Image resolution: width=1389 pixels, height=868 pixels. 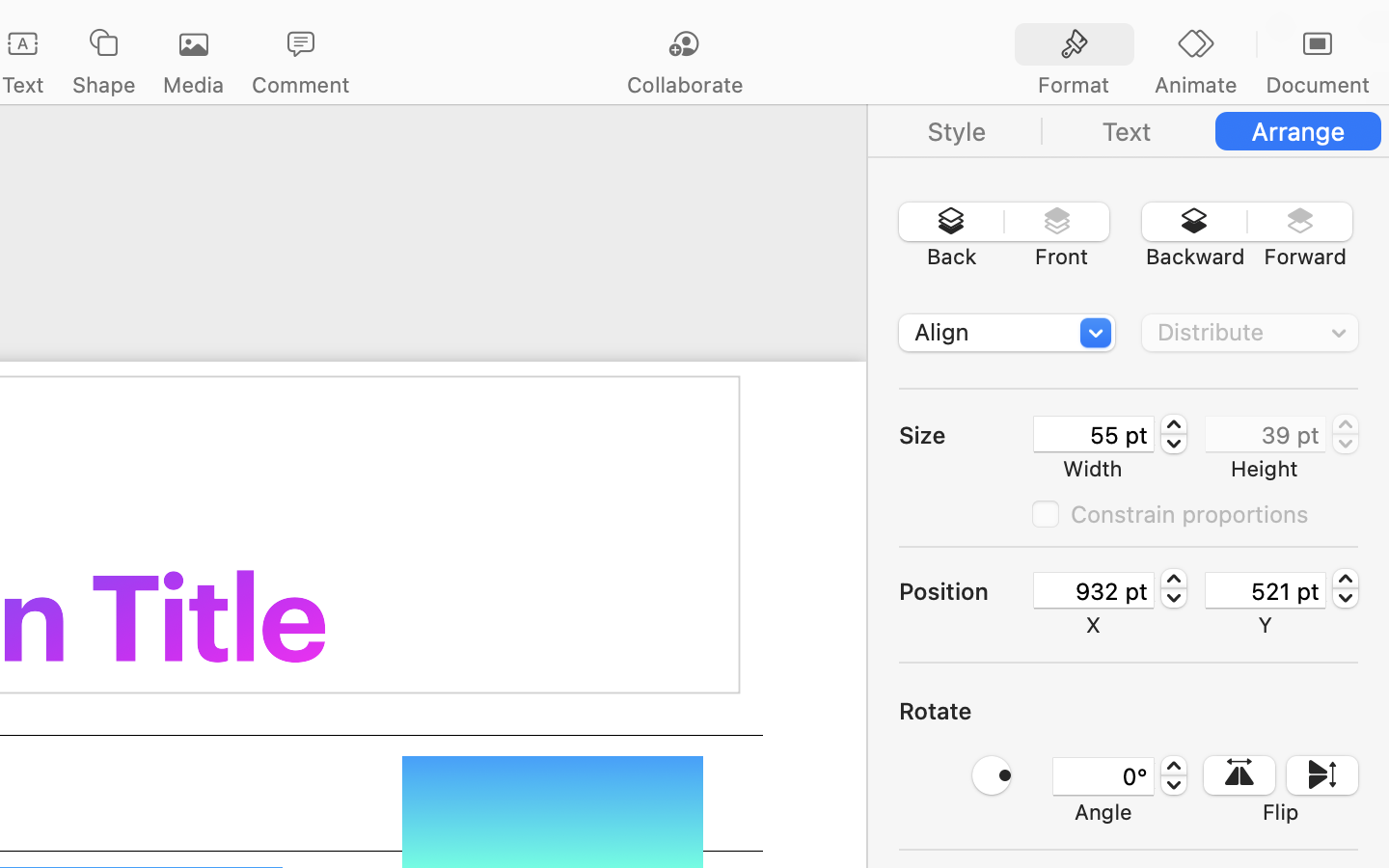 I want to click on '932 pt', so click(x=1093, y=590).